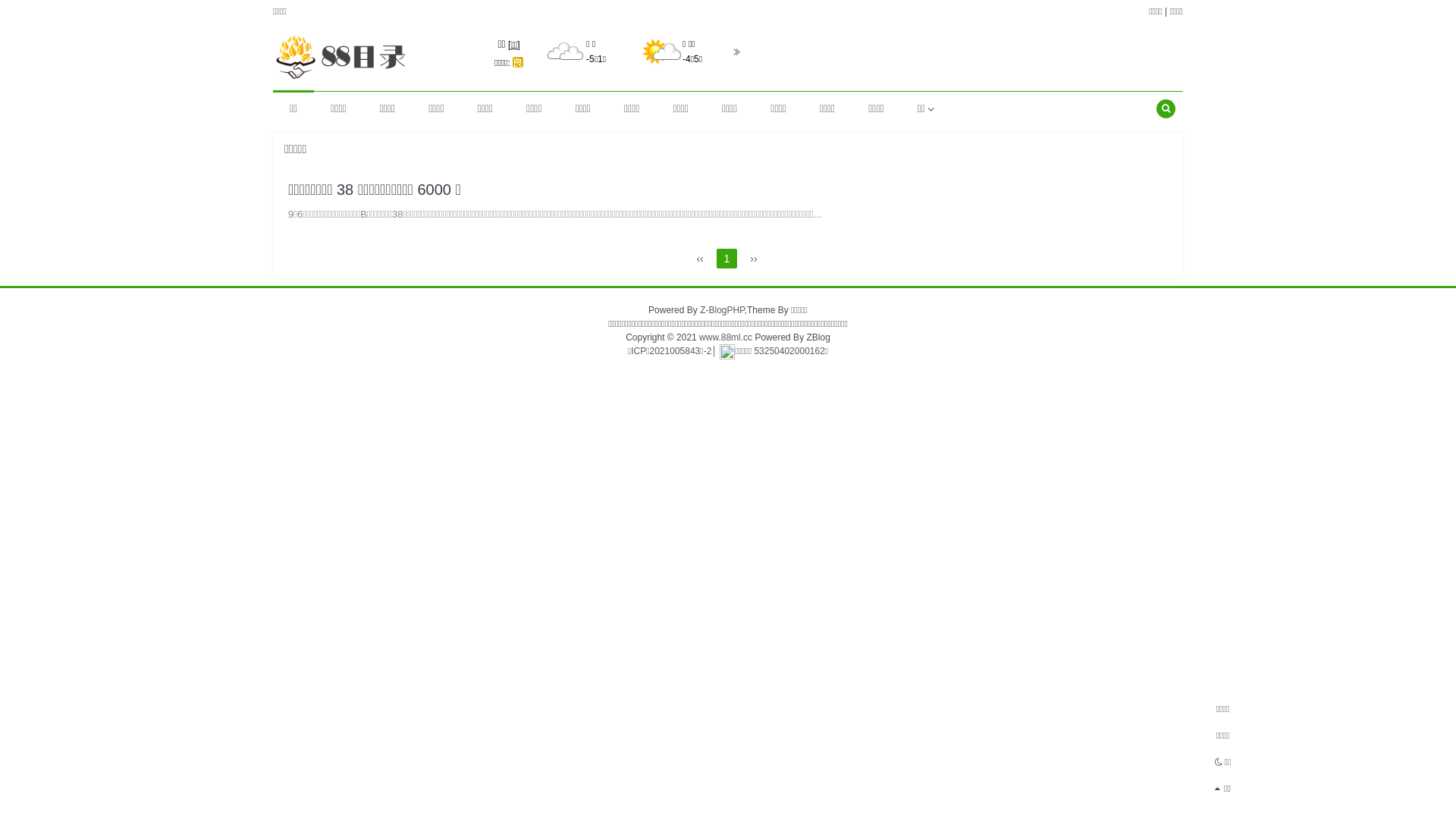  I want to click on 'www.88ml.cc', so click(724, 336).